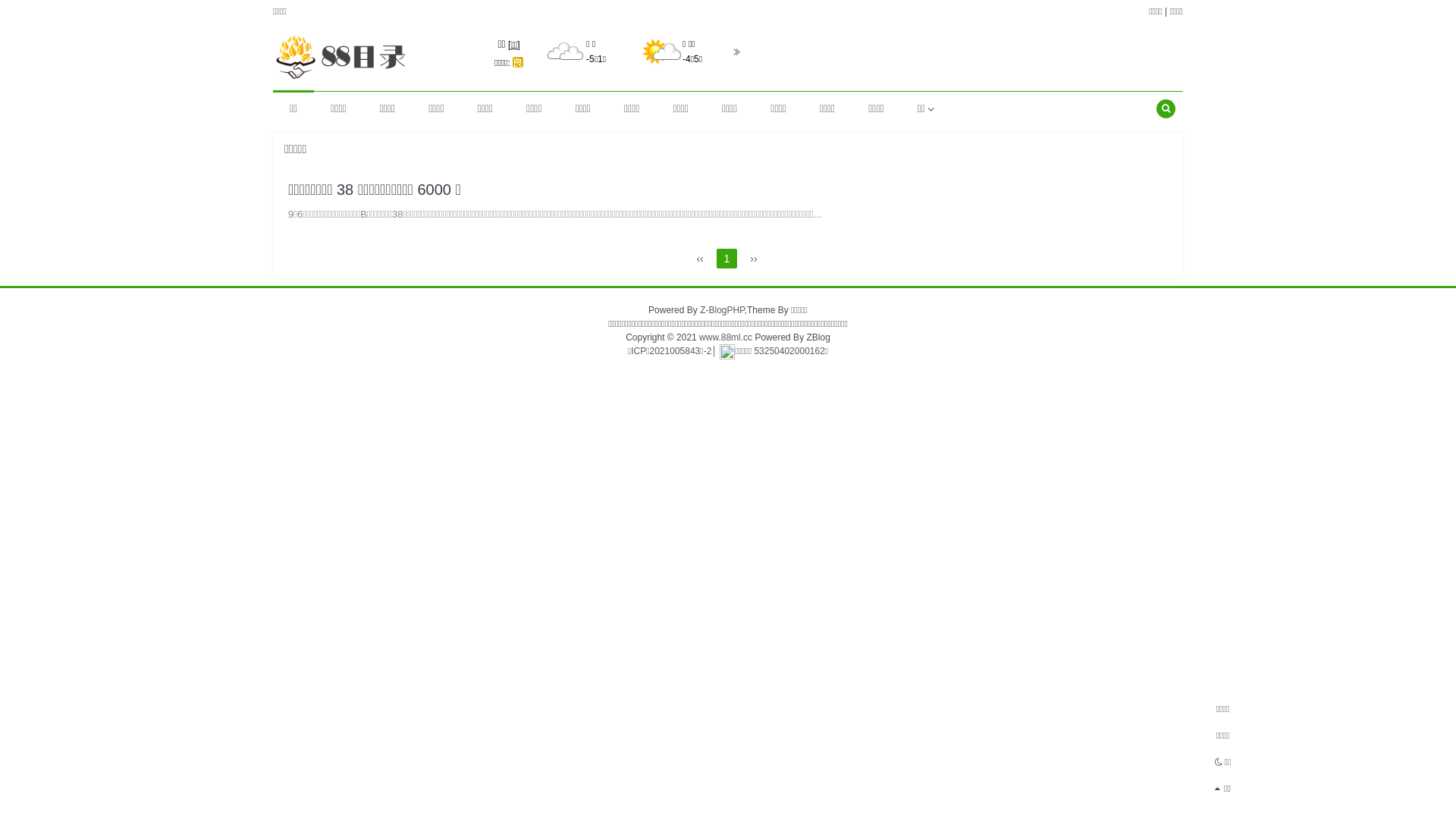  I want to click on 'www.88ml.cc', so click(724, 336).